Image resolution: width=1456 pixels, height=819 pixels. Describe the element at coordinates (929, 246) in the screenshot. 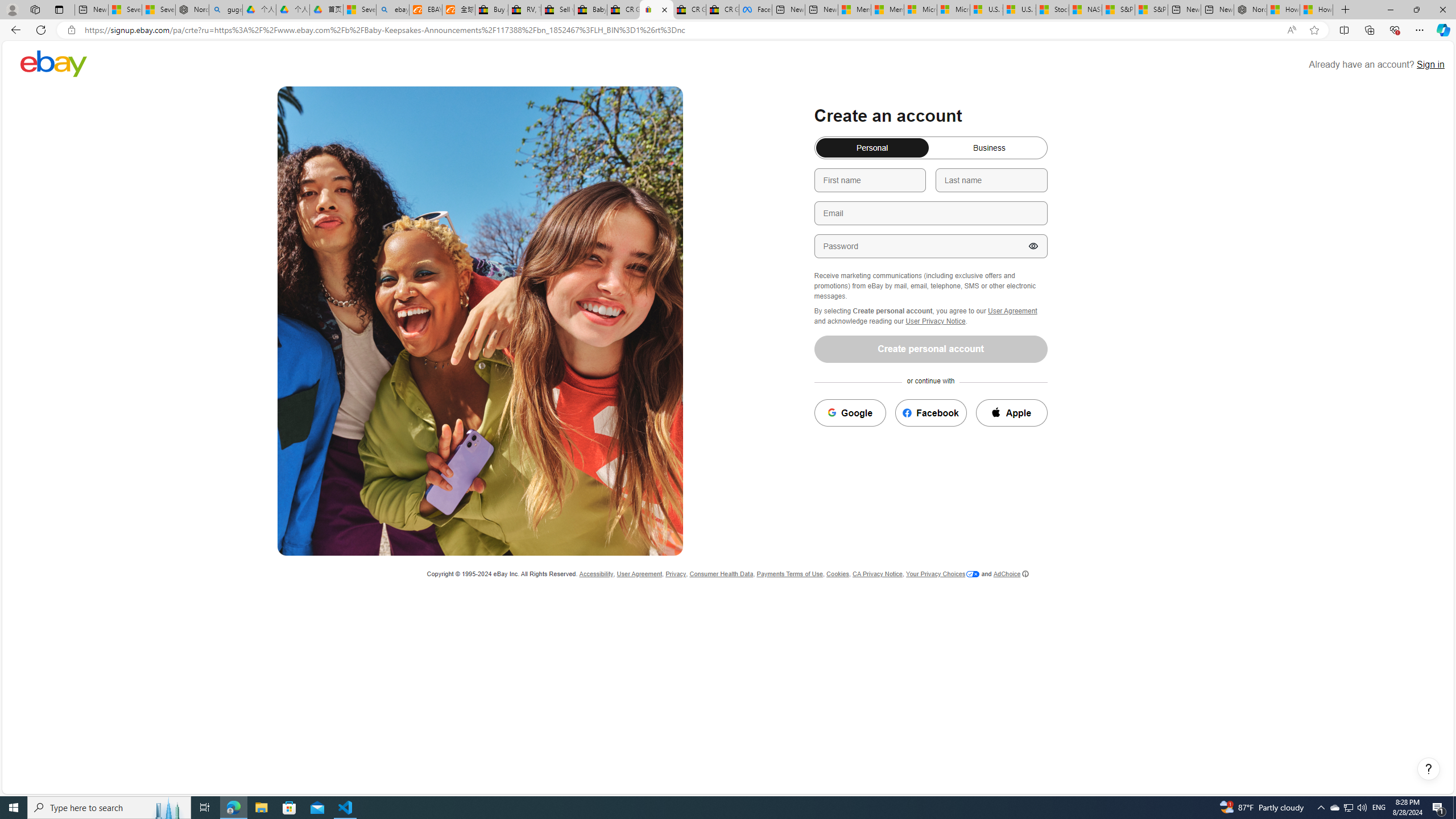

I see `'Password'` at that location.